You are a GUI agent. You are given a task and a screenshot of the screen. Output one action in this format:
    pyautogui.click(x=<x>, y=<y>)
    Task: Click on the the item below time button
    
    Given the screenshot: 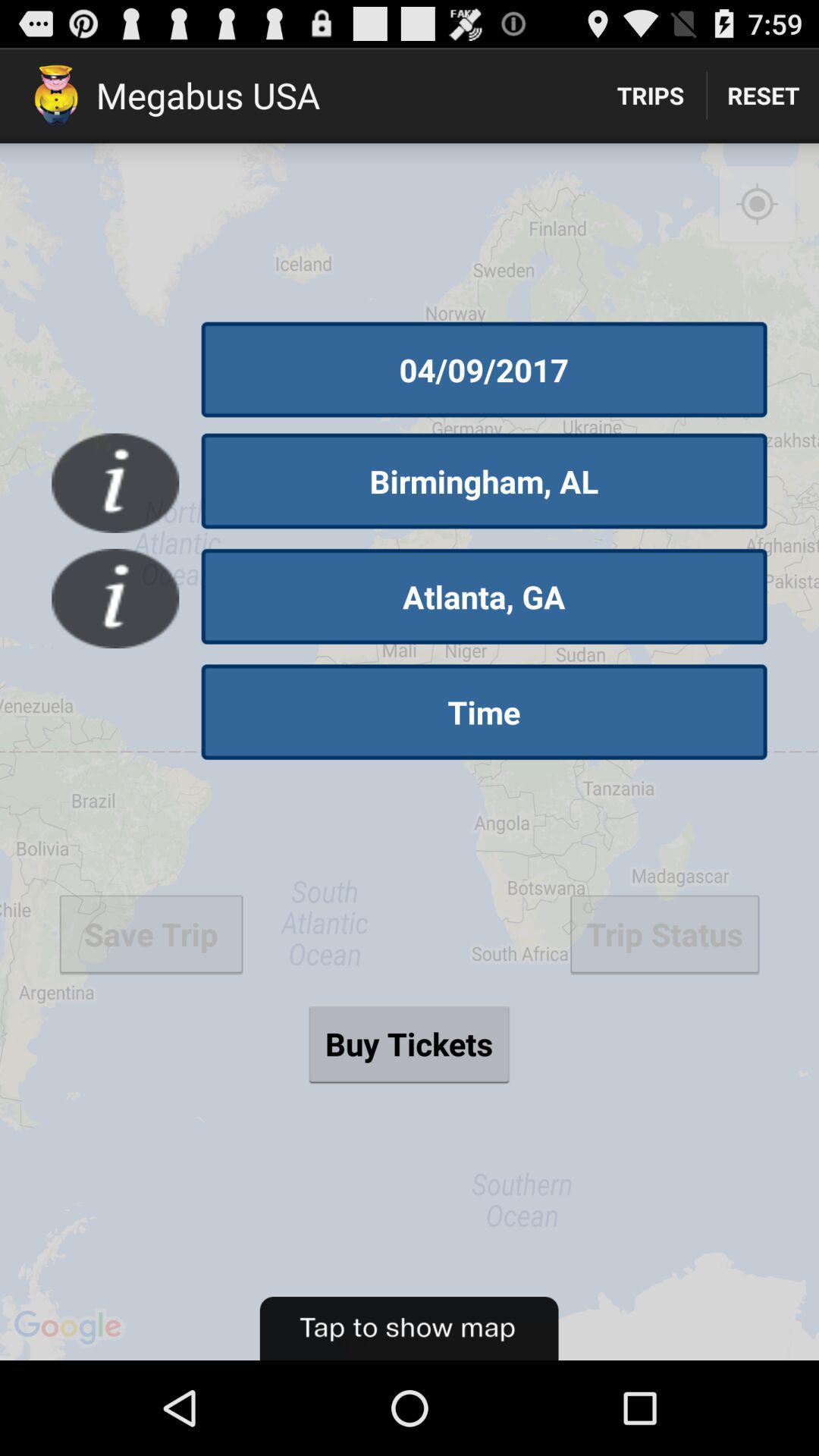 What is the action you would take?
    pyautogui.click(x=408, y=1043)
    